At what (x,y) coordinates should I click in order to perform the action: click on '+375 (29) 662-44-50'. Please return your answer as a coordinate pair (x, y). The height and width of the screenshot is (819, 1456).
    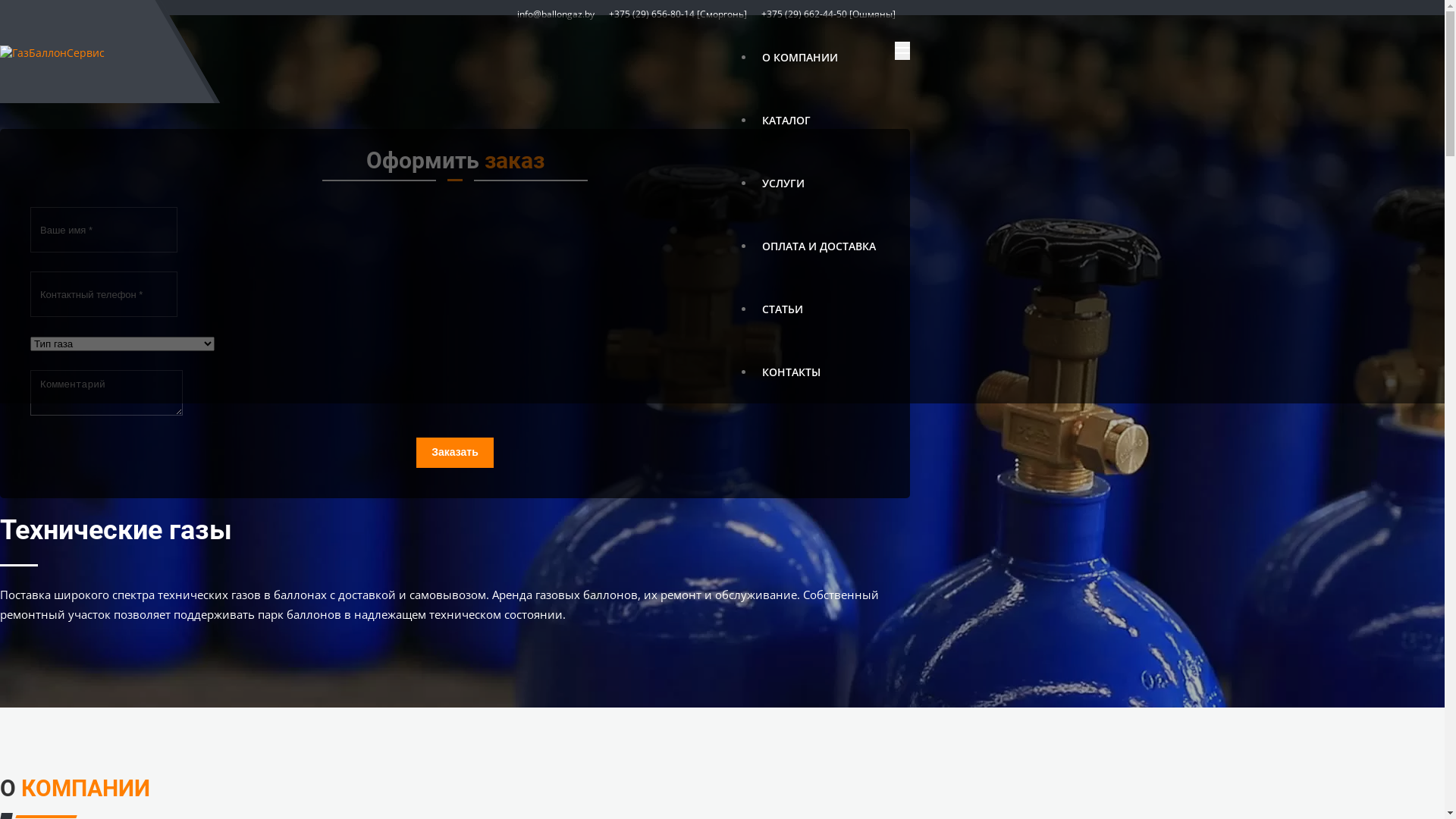
    Looking at the image, I should click on (803, 14).